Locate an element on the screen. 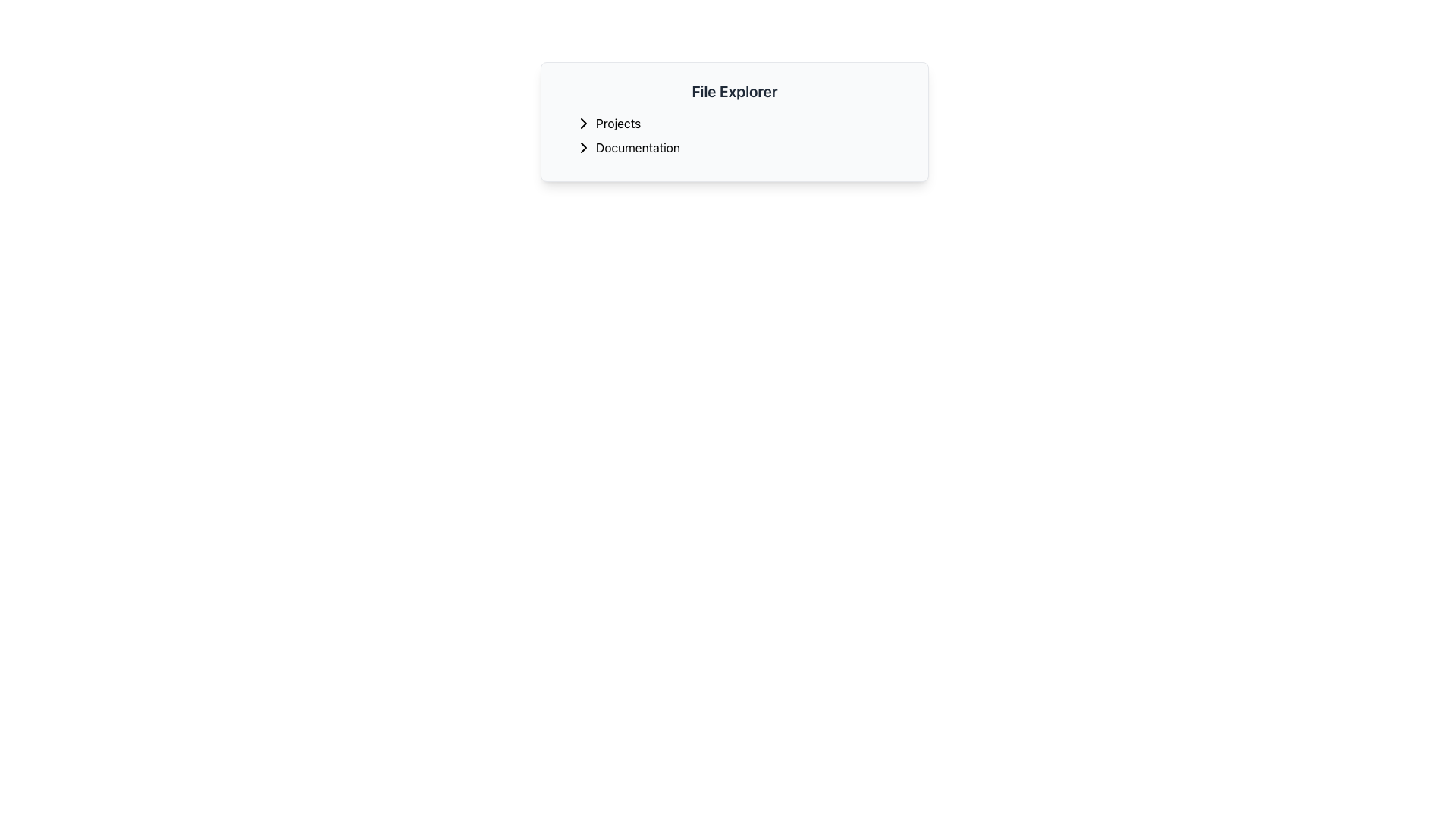 Image resolution: width=1456 pixels, height=819 pixels. the text label located in the second row of the list items within the light gray panel is located at coordinates (637, 148).